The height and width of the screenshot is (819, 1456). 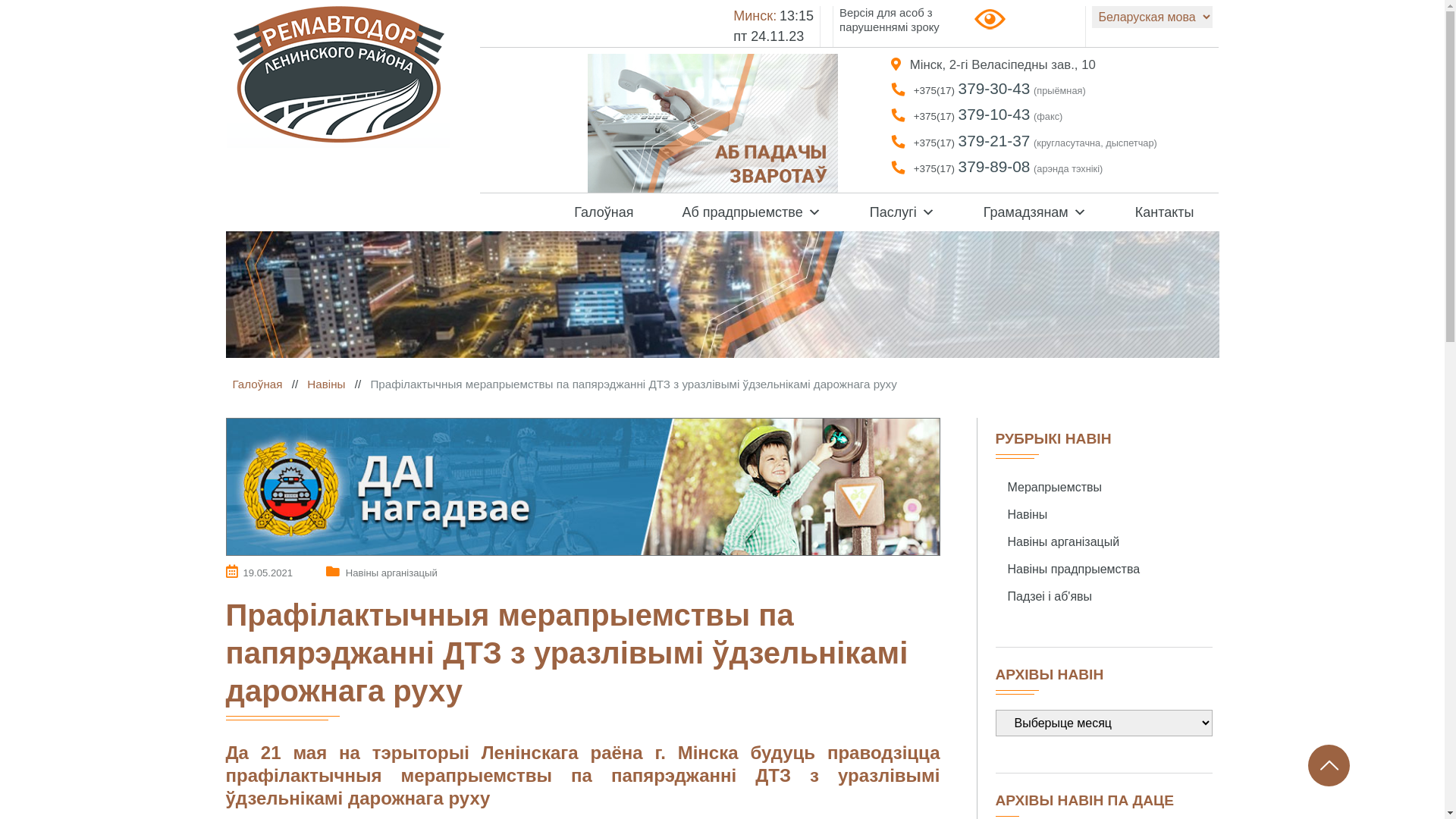 I want to click on '13:15', so click(x=795, y=15).